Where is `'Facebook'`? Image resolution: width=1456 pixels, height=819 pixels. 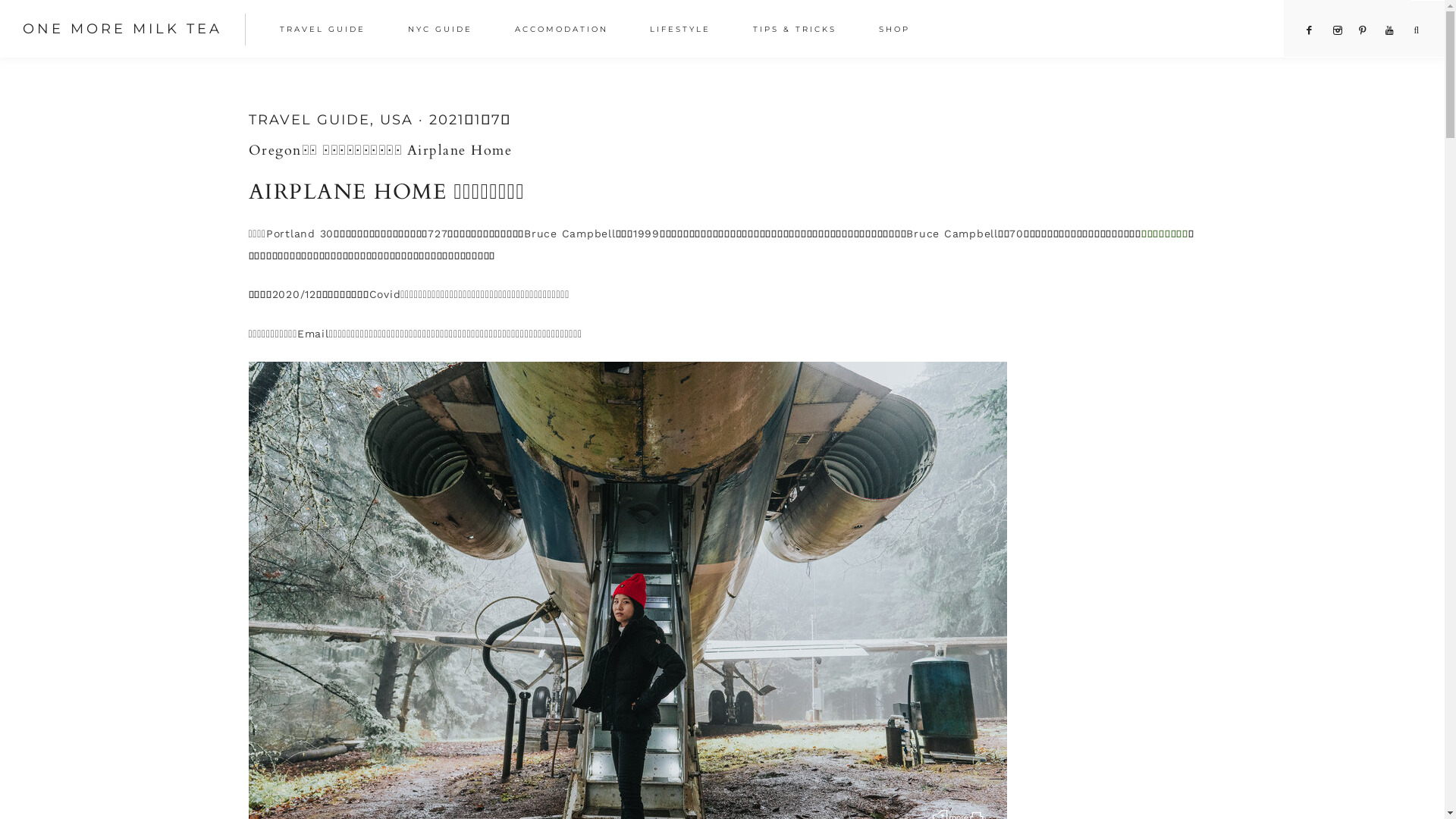 'Facebook' is located at coordinates (1310, 30).